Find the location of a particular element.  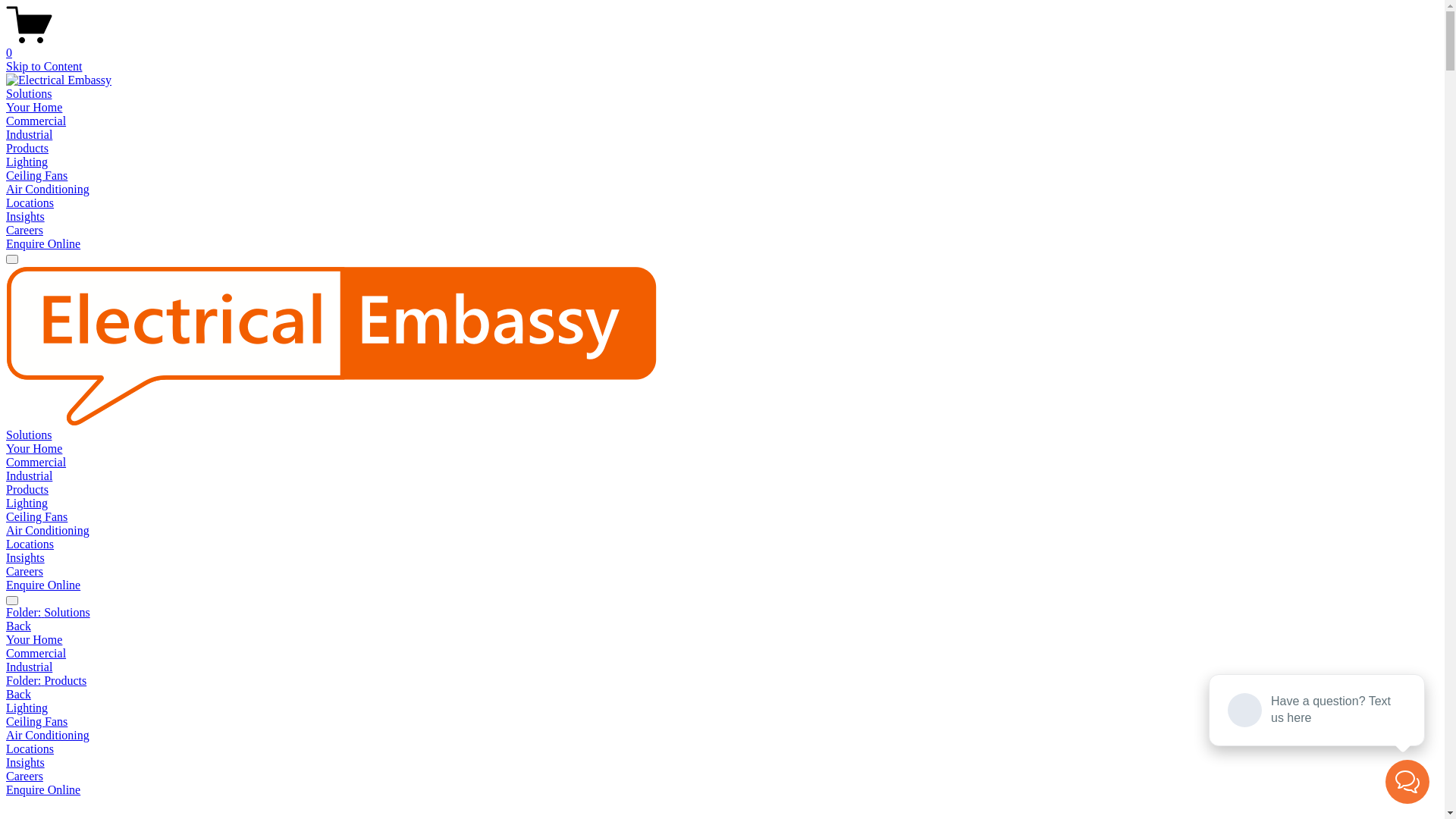

'Lighting' is located at coordinates (6, 708).